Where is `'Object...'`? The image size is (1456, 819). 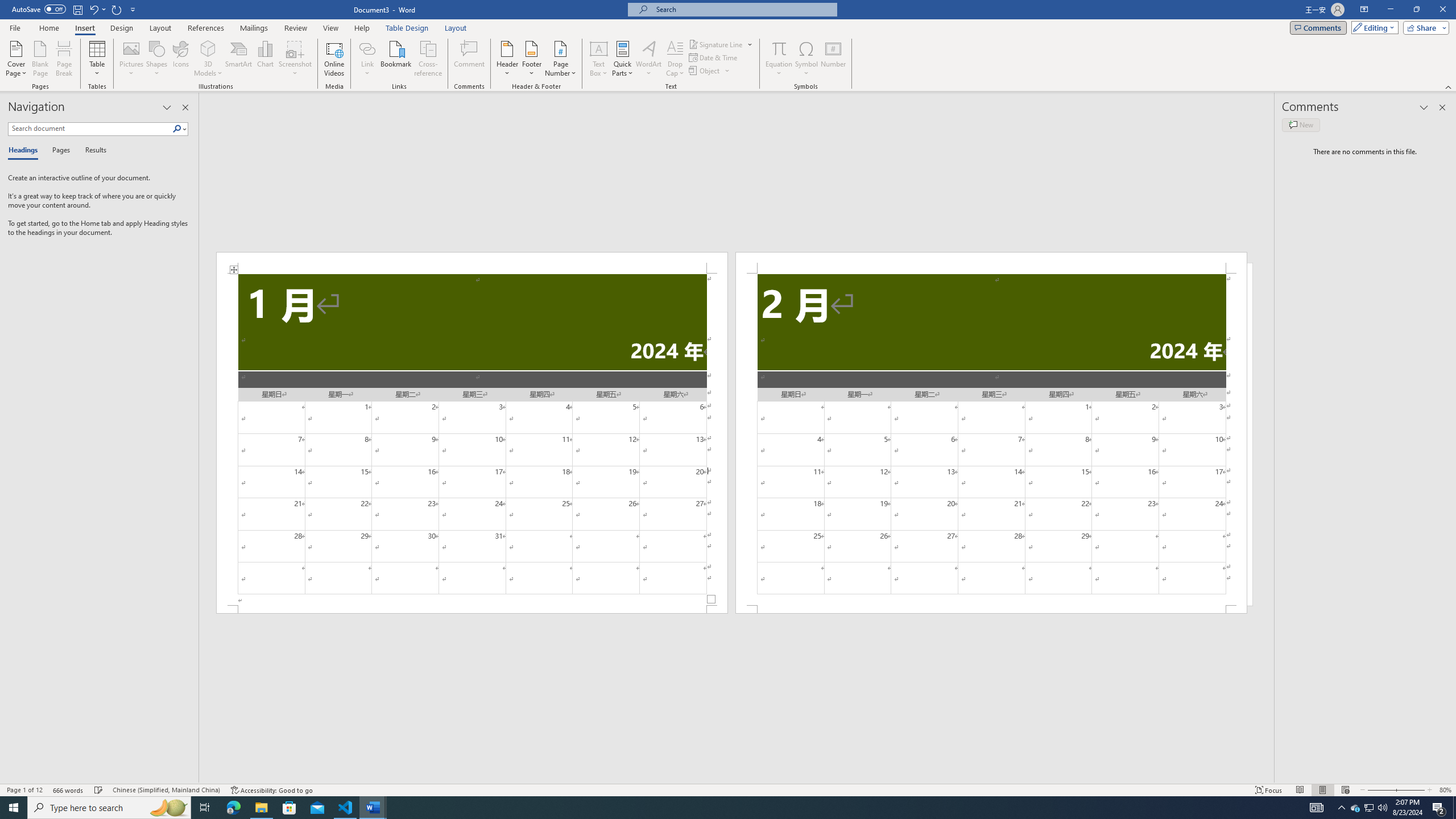 'Object...' is located at coordinates (705, 69).